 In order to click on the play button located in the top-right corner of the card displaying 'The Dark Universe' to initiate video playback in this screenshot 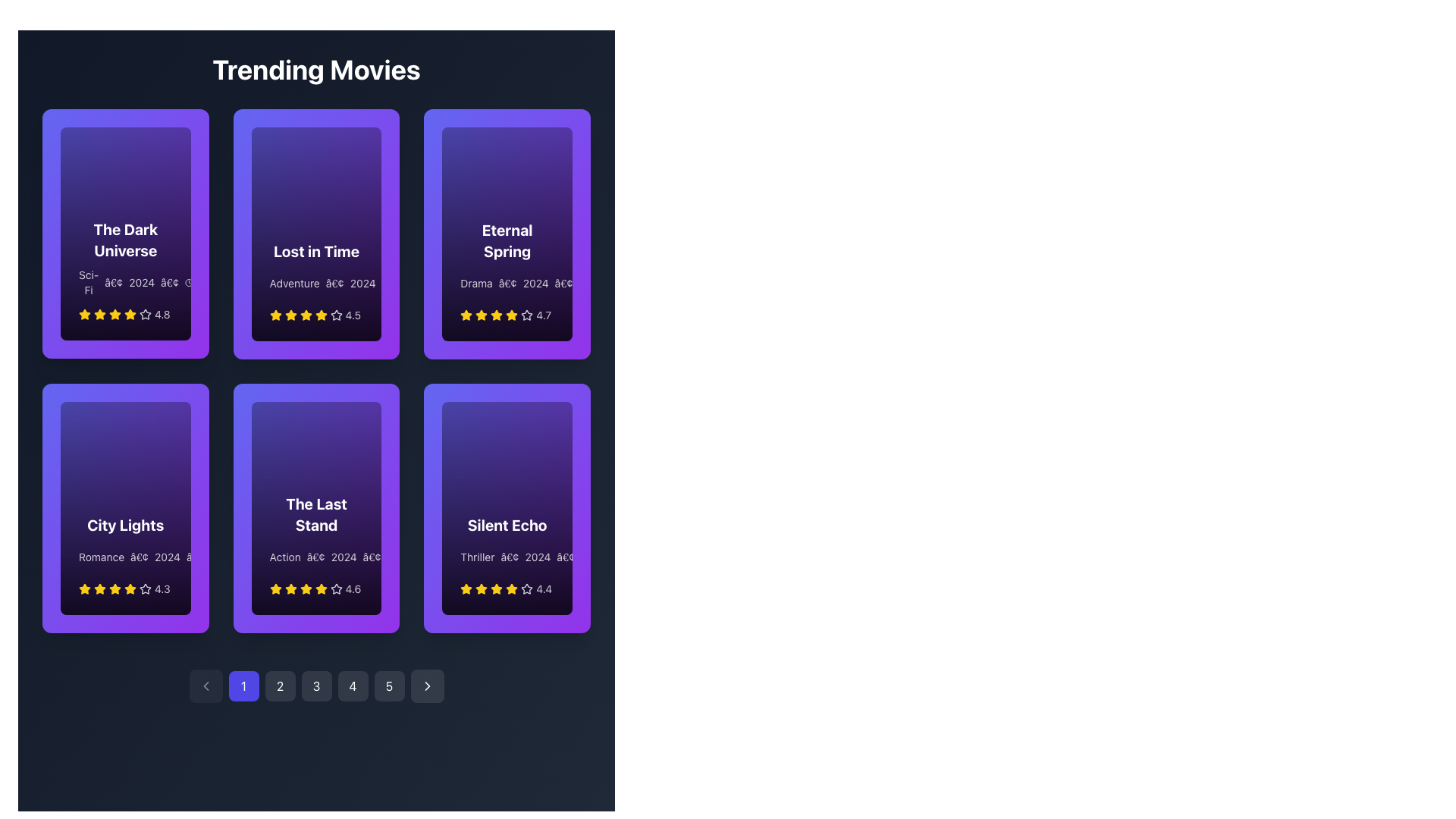, I will do `click(182, 140)`.